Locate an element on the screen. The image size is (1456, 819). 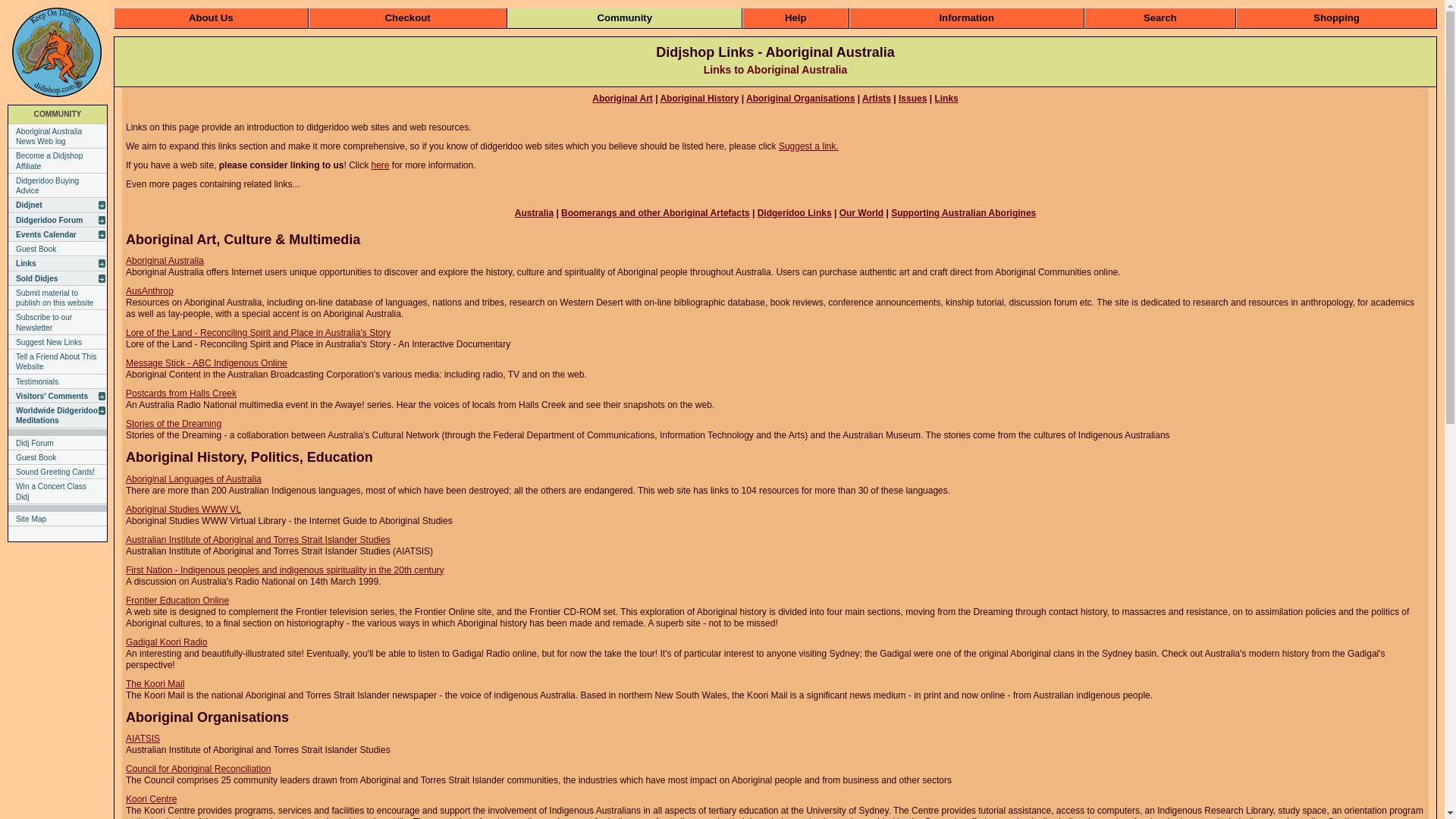
'Help' is located at coordinates (795, 17).